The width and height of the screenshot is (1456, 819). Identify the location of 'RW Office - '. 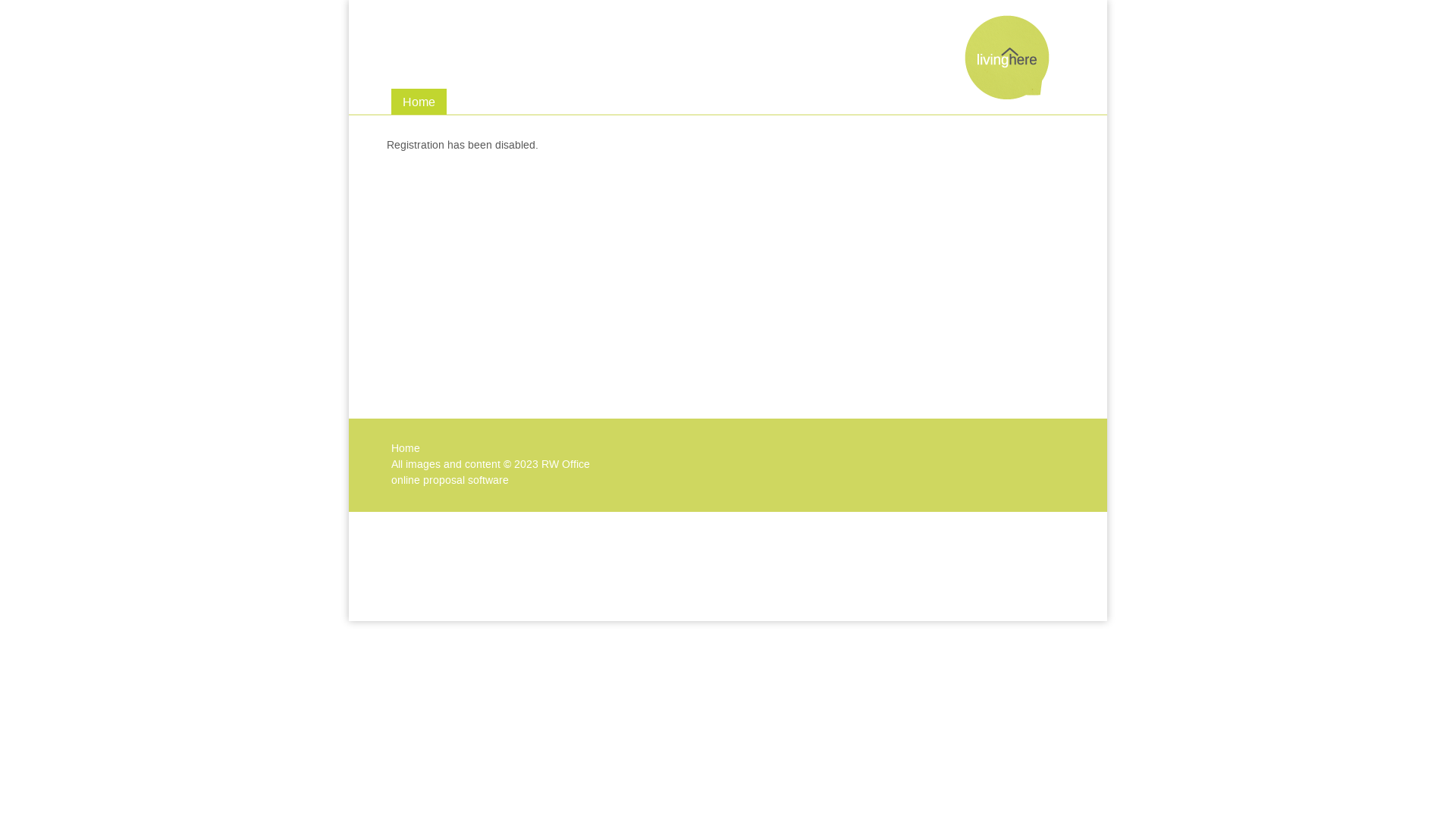
(1007, 93).